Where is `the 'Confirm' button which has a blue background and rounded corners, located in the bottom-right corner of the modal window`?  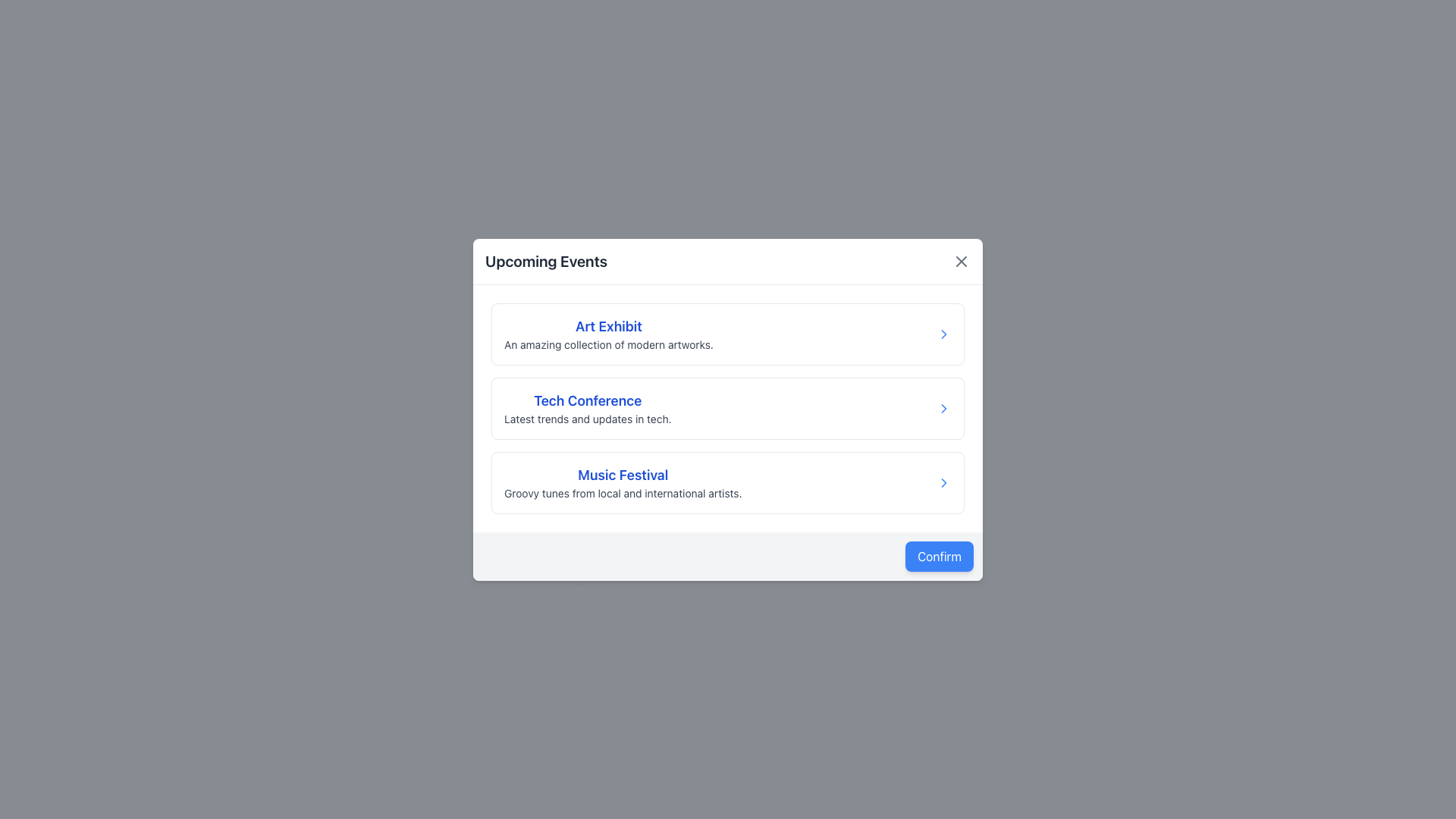
the 'Confirm' button which has a blue background and rounded corners, located in the bottom-right corner of the modal window is located at coordinates (938, 556).